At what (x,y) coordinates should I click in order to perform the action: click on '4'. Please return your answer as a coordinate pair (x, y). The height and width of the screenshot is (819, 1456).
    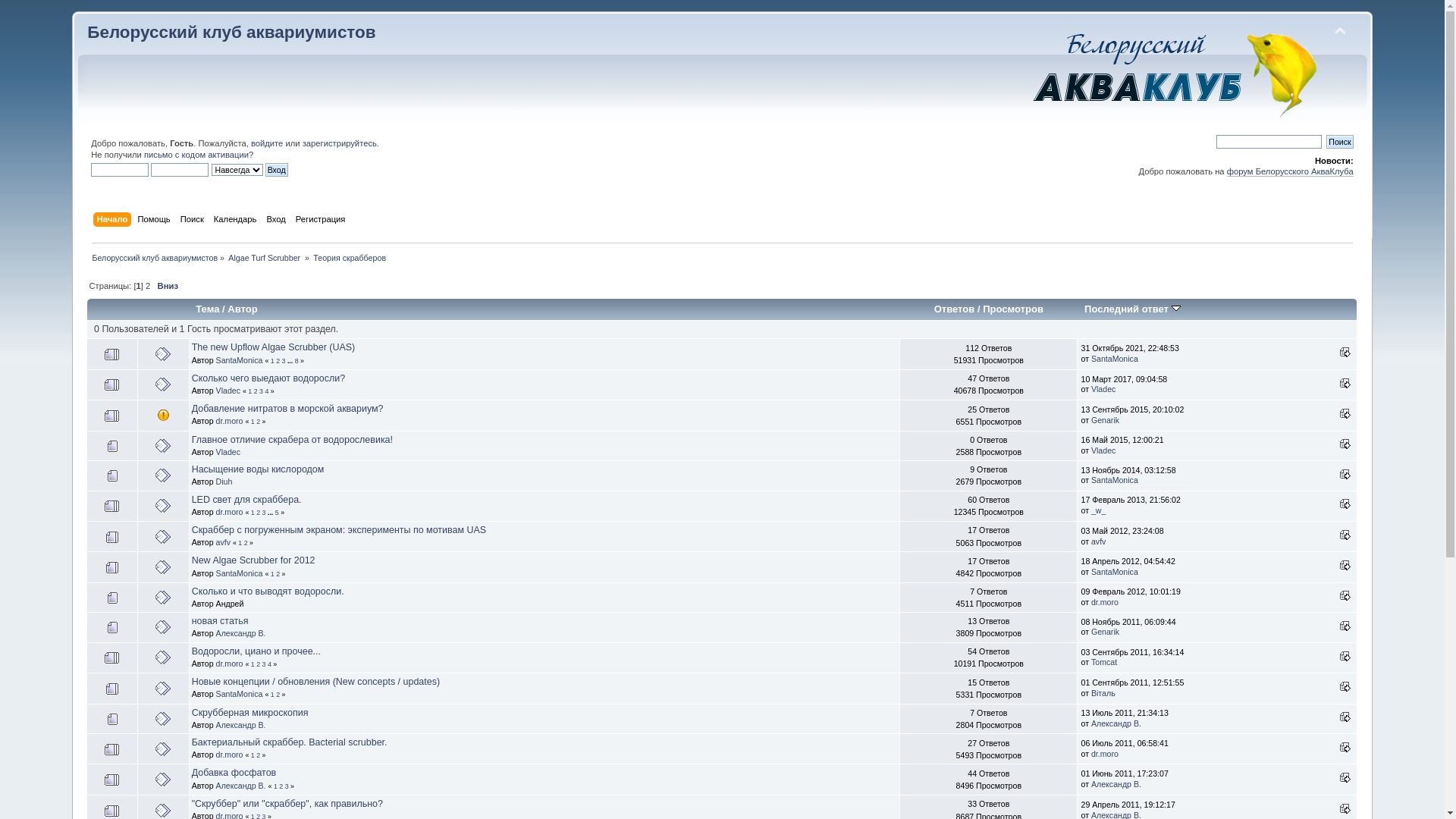
    Looking at the image, I should click on (268, 663).